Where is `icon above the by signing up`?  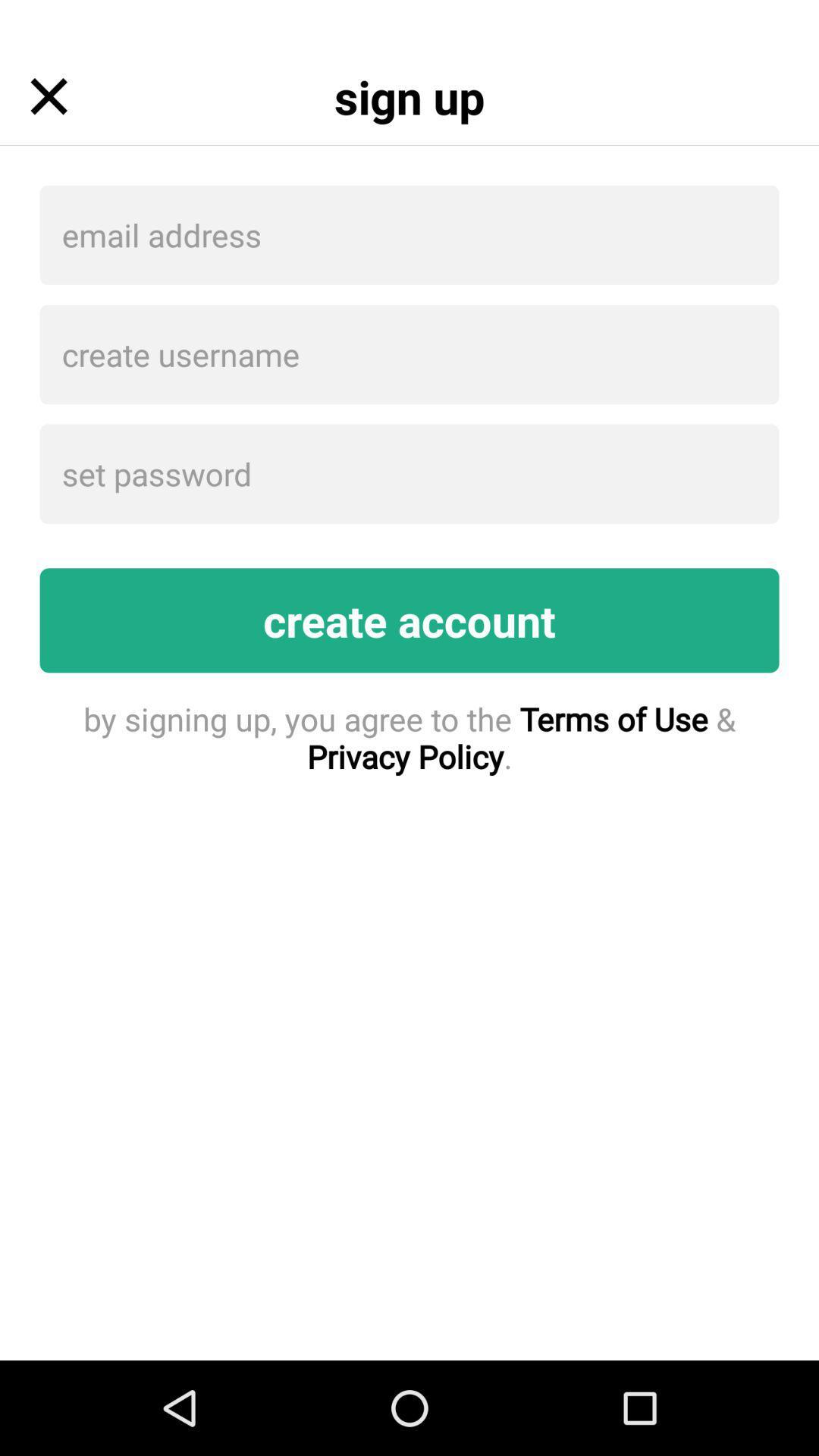 icon above the by signing up is located at coordinates (409, 620).